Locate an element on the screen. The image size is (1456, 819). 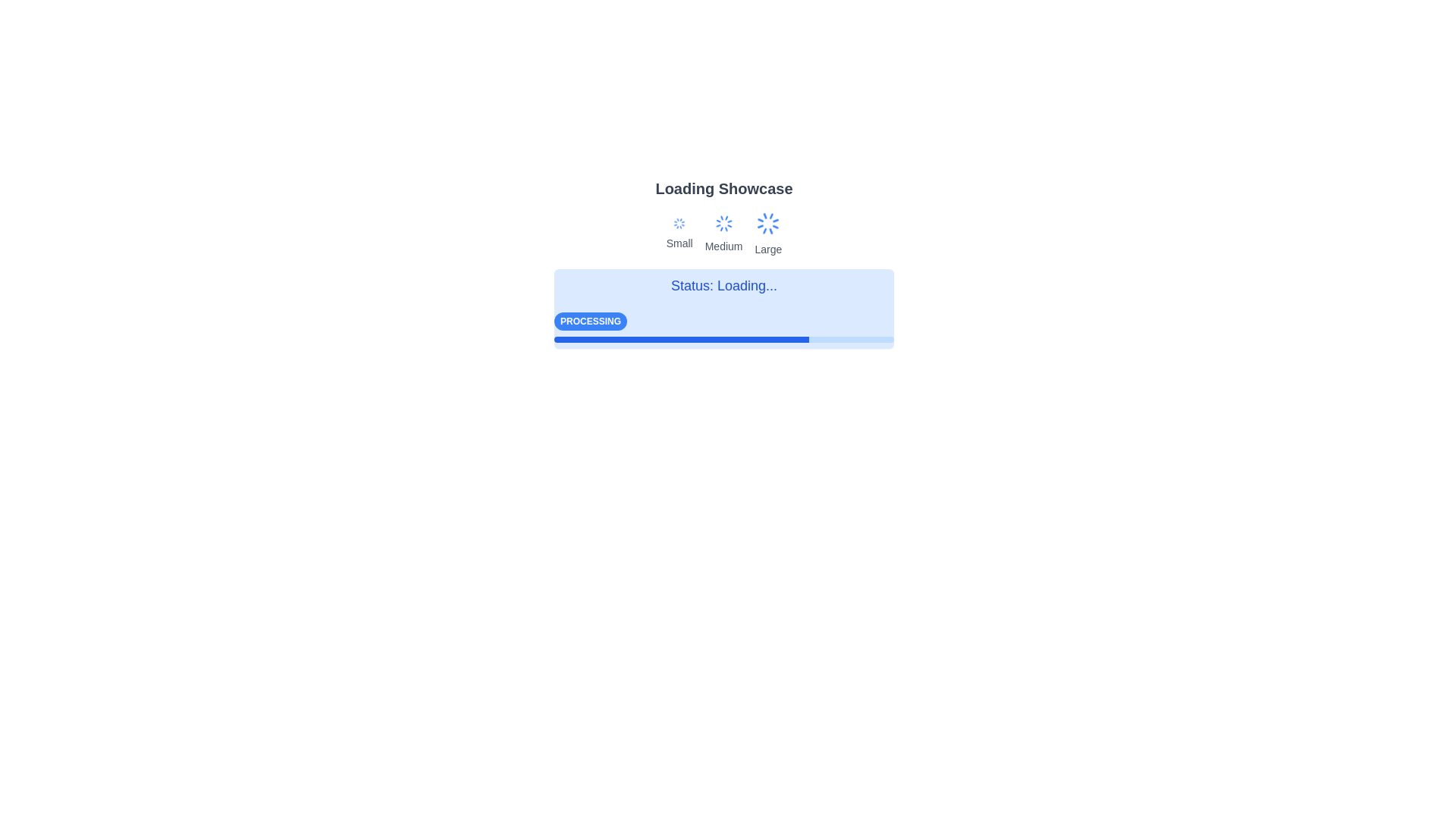
the medium-sized spinner loading indicator, which has thin blue lines radiating outward and is positioned above the 'Medium' label is located at coordinates (723, 223).